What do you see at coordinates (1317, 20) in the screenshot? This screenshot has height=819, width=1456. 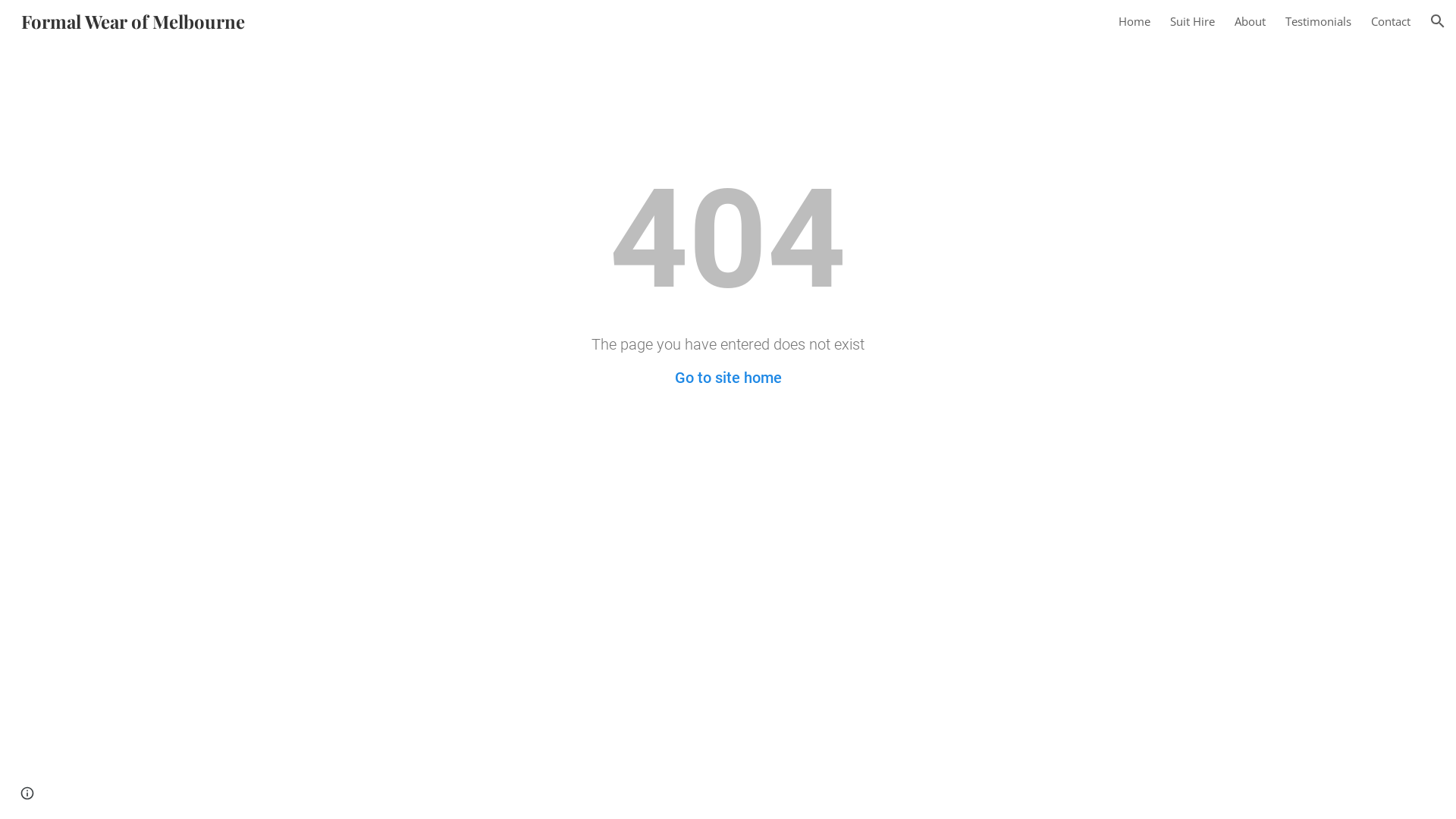 I see `'Testimonials'` at bounding box center [1317, 20].